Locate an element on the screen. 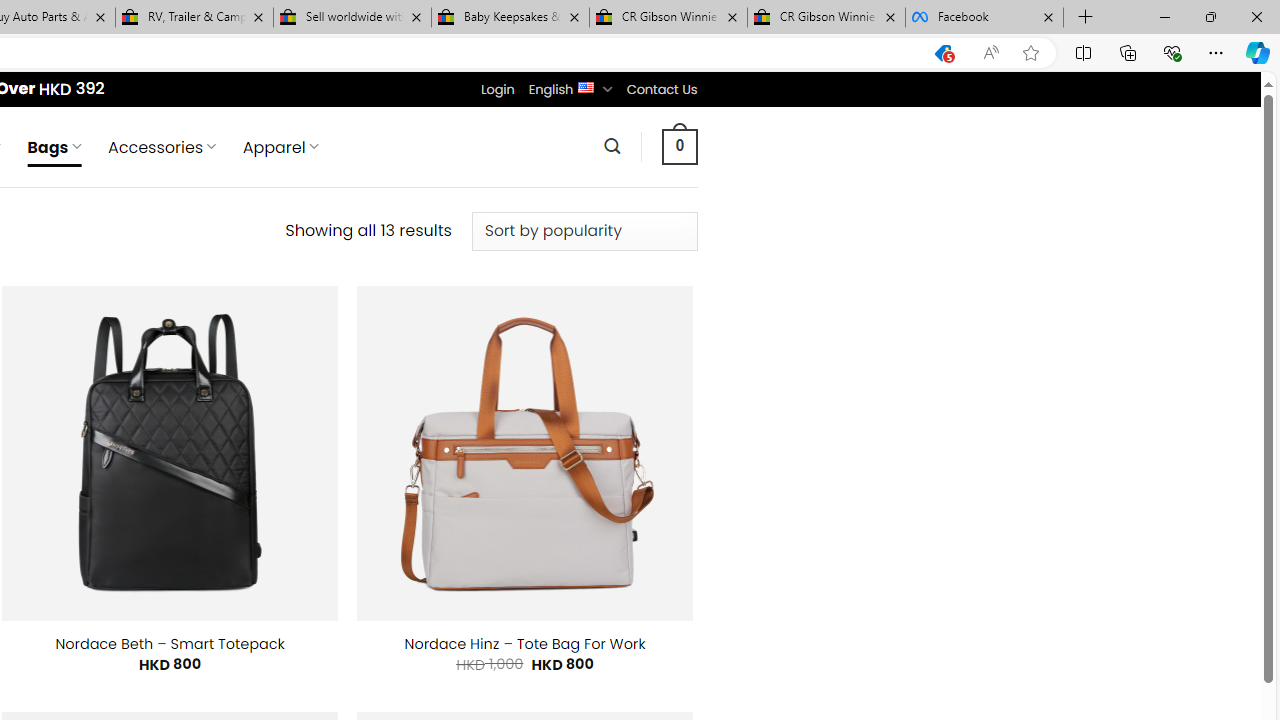 This screenshot has height=720, width=1280. 'Baby Keepsakes & Announcements for sale | eBay' is located at coordinates (510, 17).